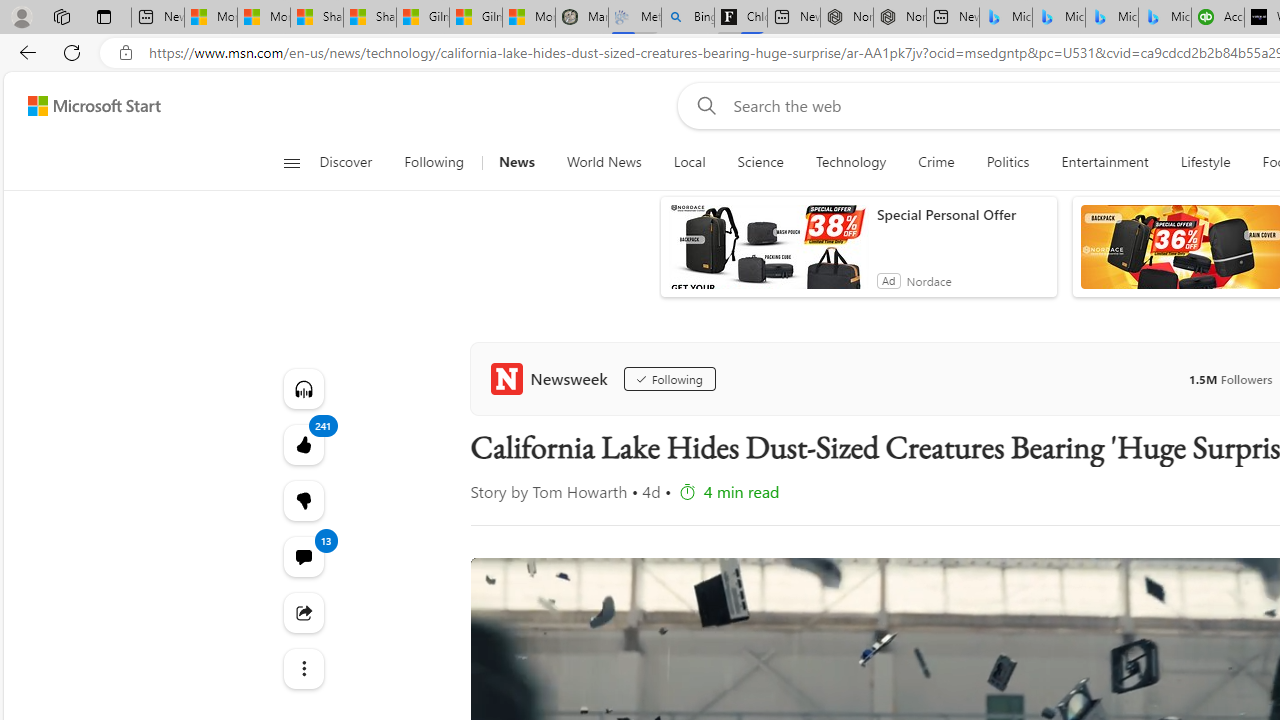 The image size is (1280, 720). What do you see at coordinates (290, 162) in the screenshot?
I see `'Open navigation menu'` at bounding box center [290, 162].